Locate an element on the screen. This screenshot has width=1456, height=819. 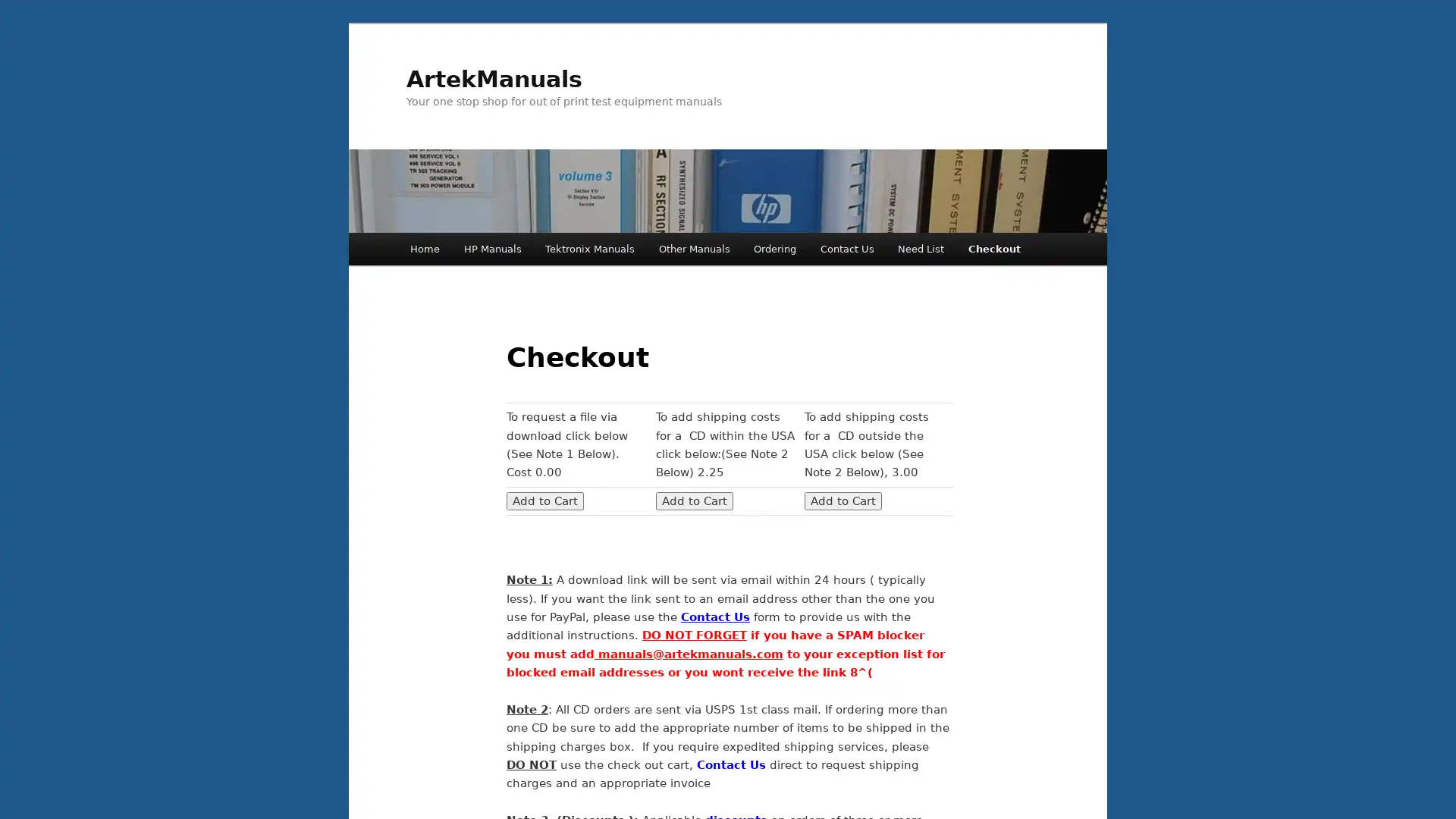
Add to Cart is located at coordinates (693, 500).